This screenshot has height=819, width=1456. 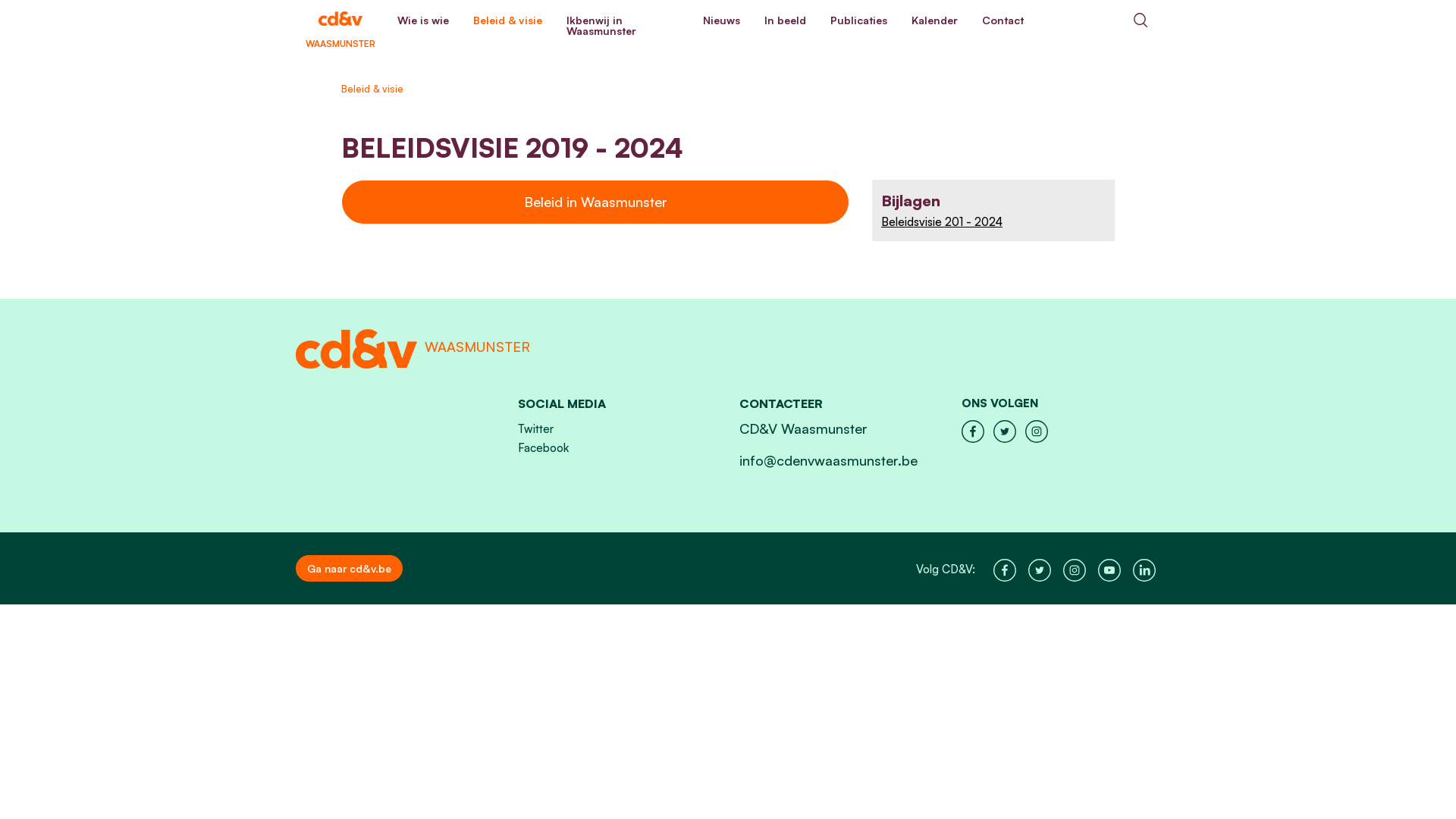 I want to click on 'info@cdenvwaasmunster.be', so click(x=739, y=459).